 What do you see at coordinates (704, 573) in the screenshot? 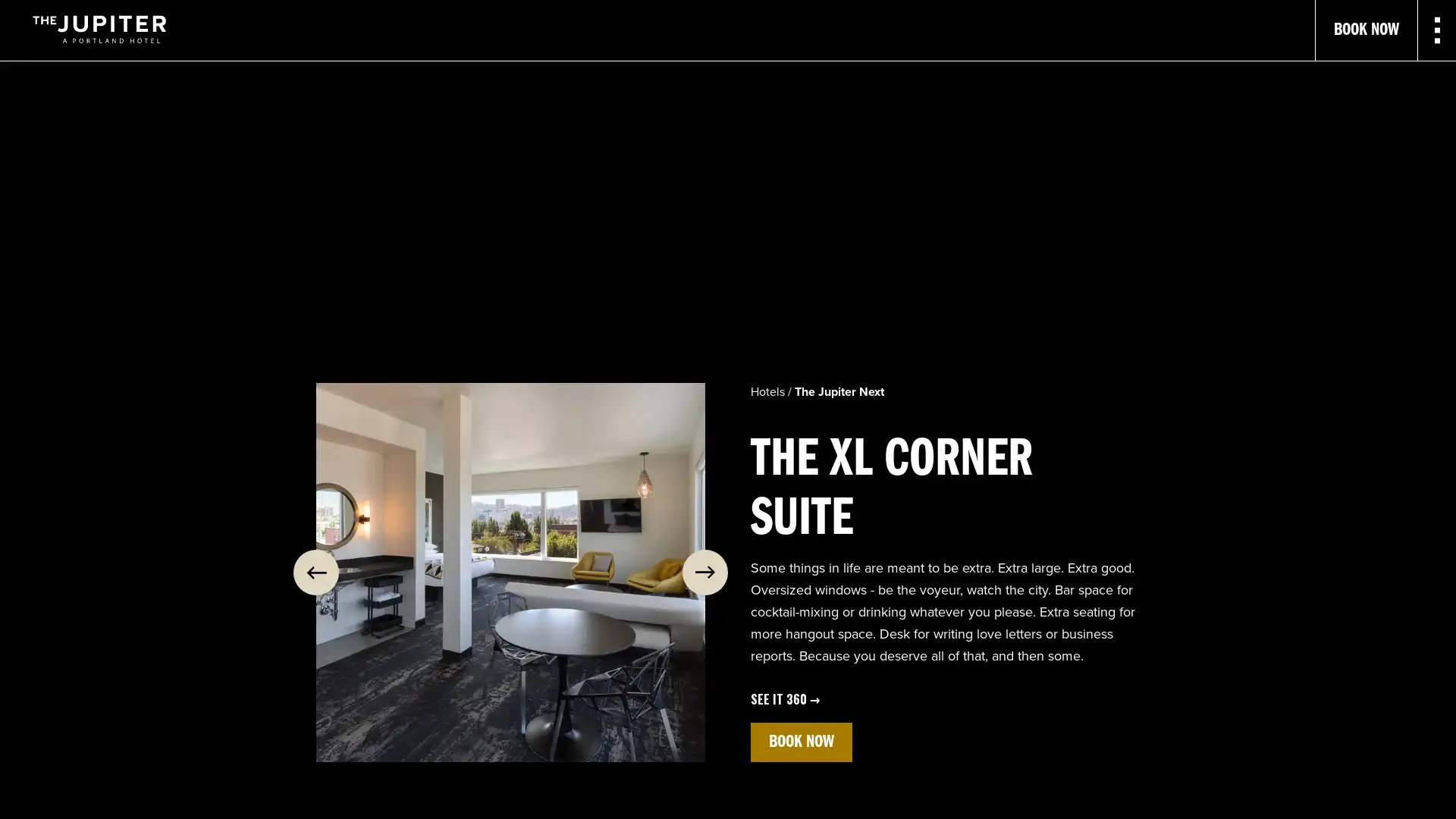
I see `next slide` at bounding box center [704, 573].